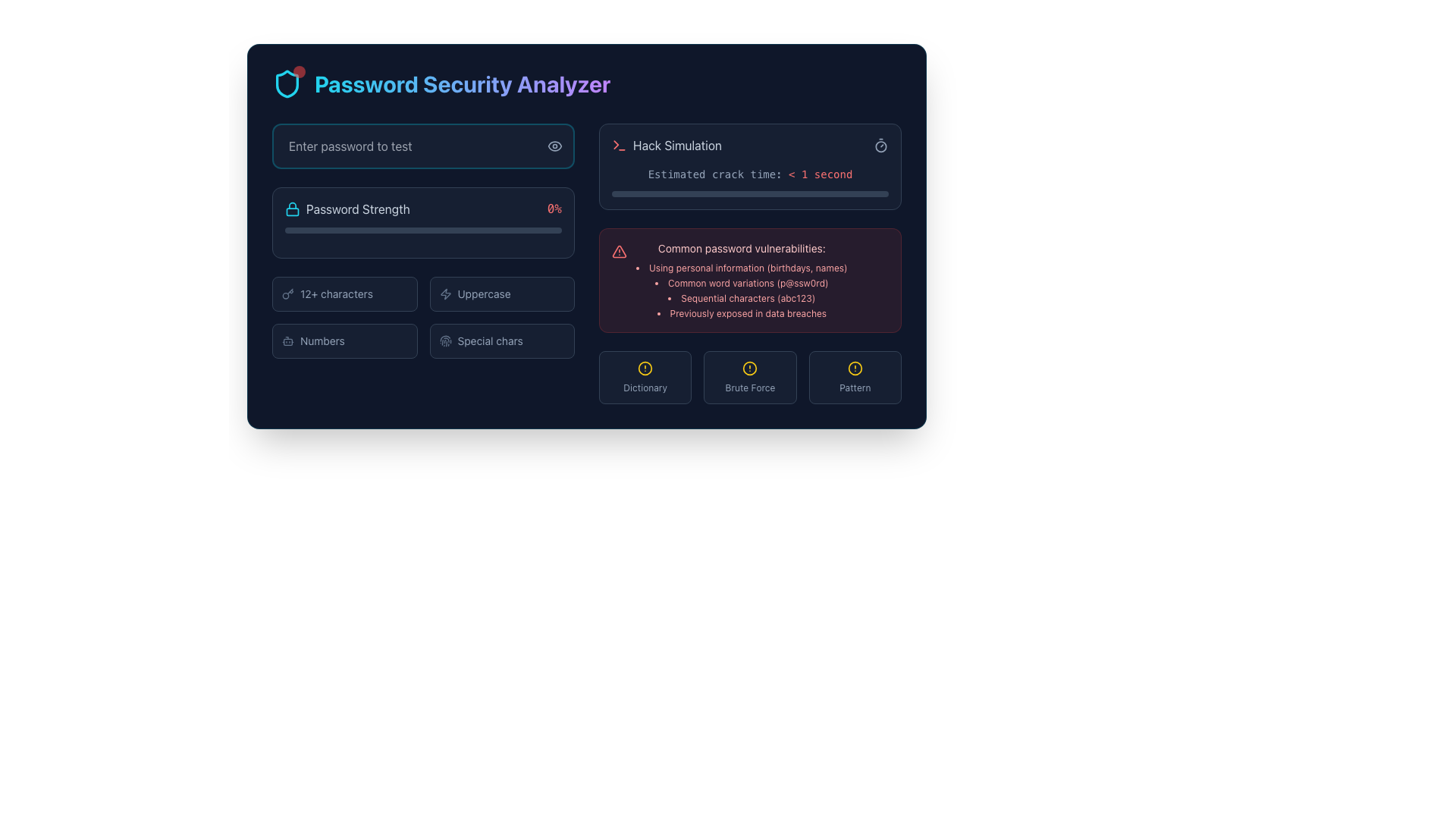 The image size is (1456, 819). I want to click on the circular icon within the timer SVG icon located at the top-right corner of the 'Hack Simulation' card component, so click(880, 146).